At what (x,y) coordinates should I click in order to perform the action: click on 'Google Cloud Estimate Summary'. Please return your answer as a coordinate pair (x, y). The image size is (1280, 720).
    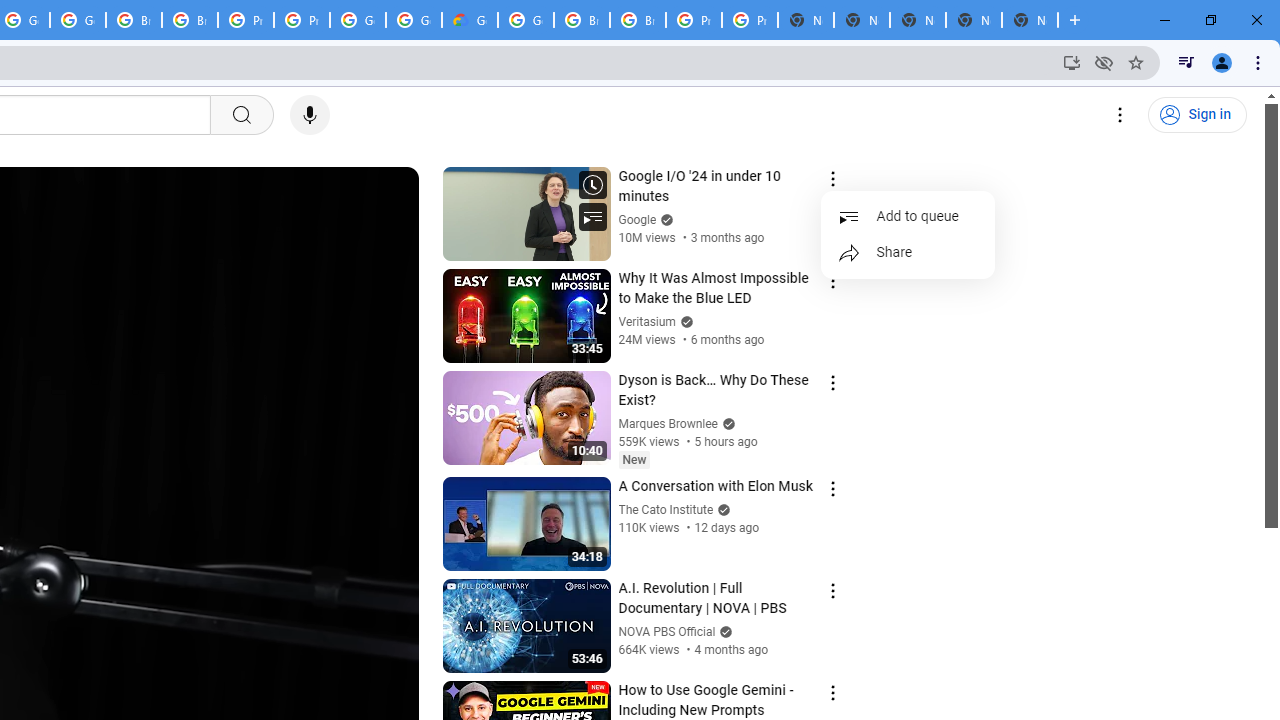
    Looking at the image, I should click on (468, 20).